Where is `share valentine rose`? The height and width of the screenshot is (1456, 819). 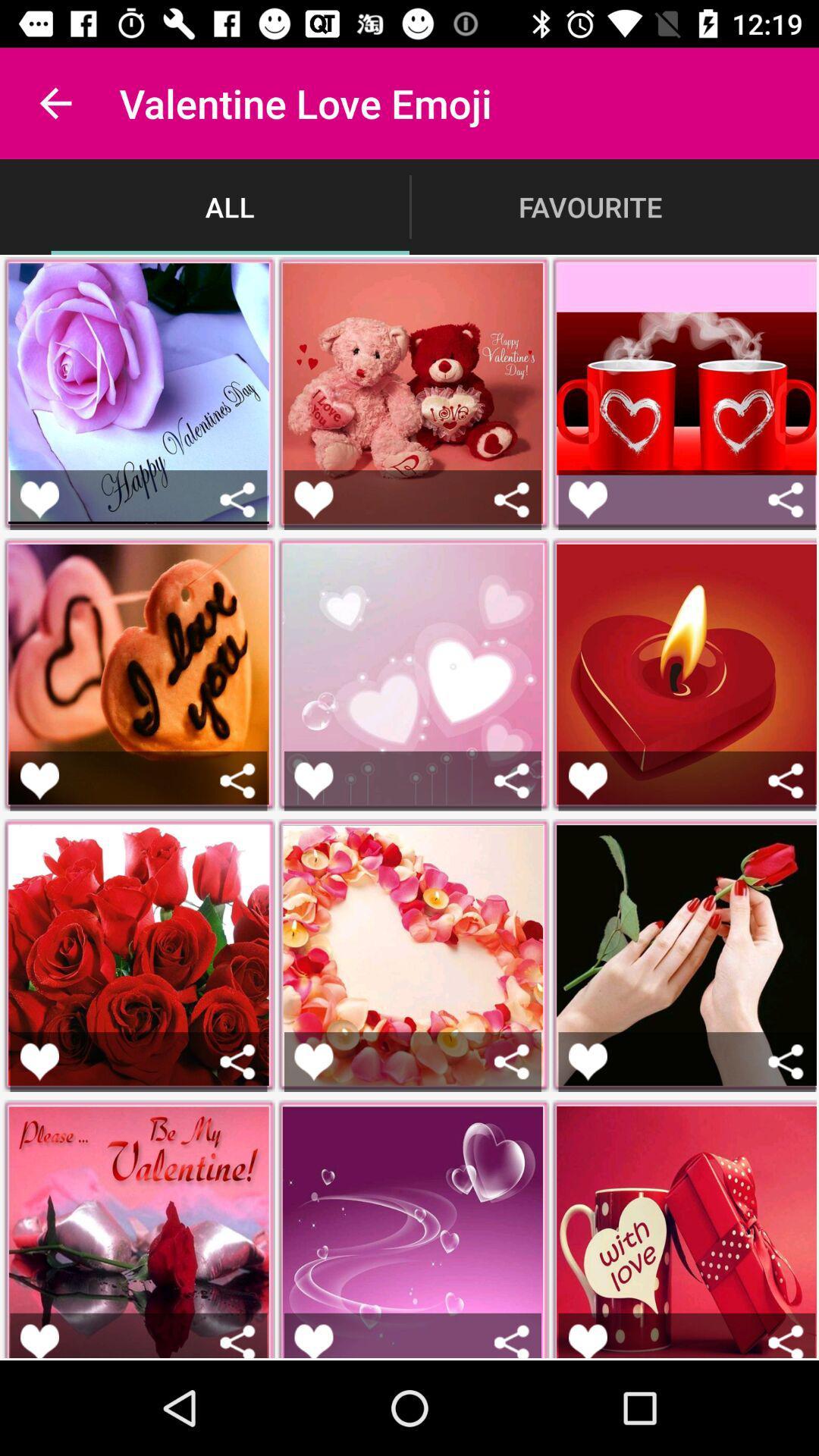 share valentine rose is located at coordinates (237, 1341).